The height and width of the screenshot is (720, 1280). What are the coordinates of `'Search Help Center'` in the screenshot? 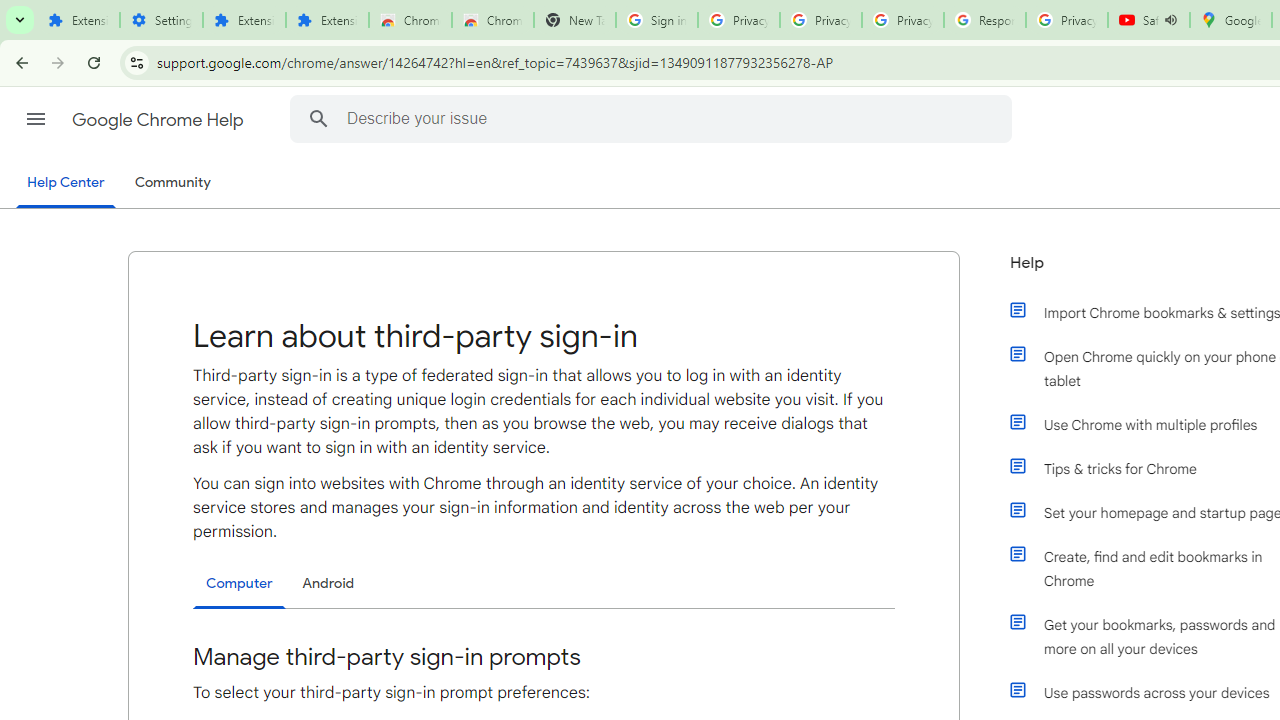 It's located at (317, 118).